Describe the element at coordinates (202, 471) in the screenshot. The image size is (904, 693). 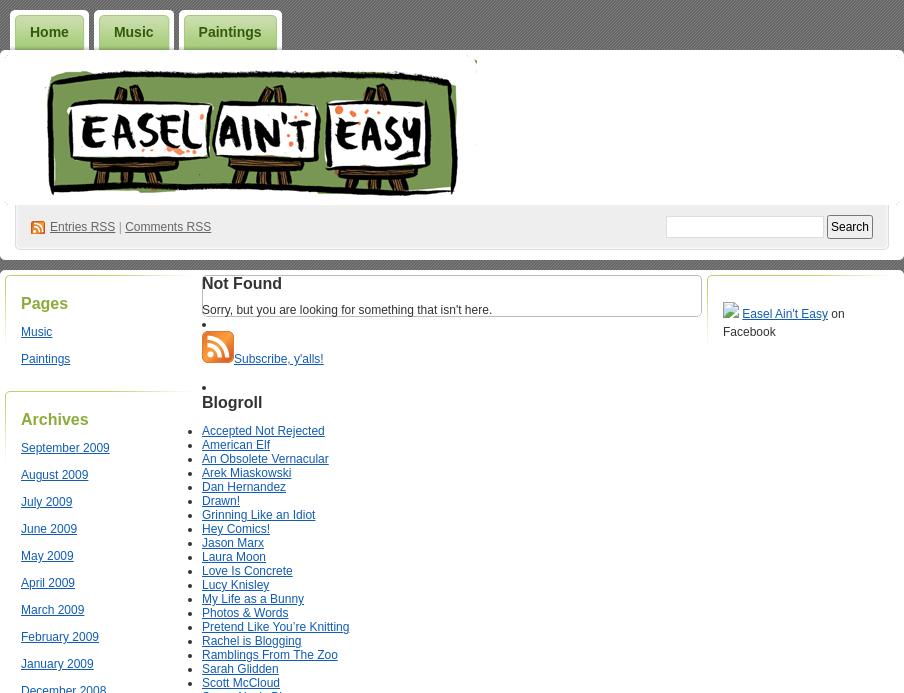
I see `'Arek Miaskowski'` at that location.